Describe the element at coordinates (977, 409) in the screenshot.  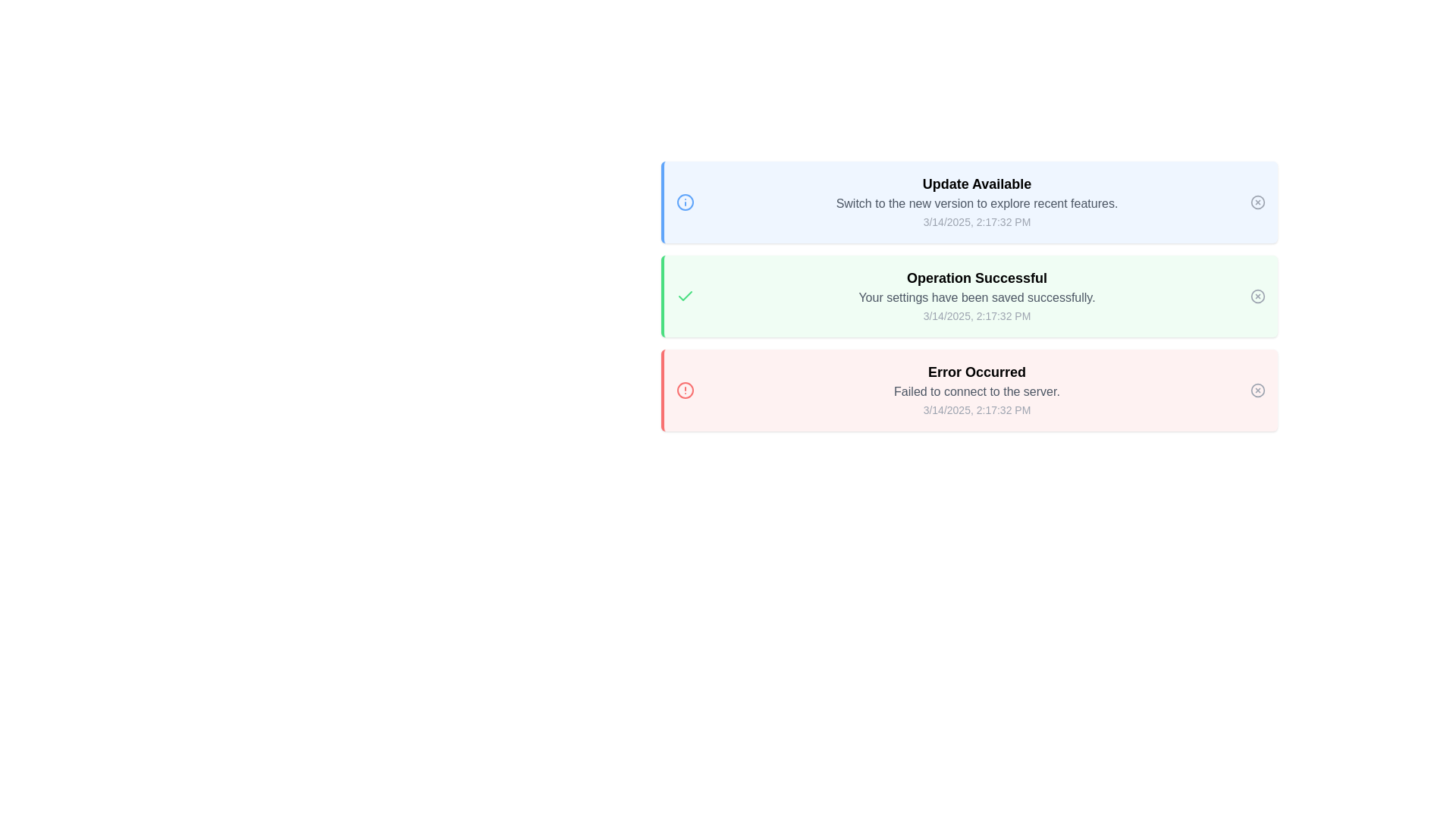
I see `the static text displaying '3/14/2025, 2:17:32 PM' located within the error notification card, which is styled in light gray and positioned below the error message 'Failed to connect to the server.'` at that location.